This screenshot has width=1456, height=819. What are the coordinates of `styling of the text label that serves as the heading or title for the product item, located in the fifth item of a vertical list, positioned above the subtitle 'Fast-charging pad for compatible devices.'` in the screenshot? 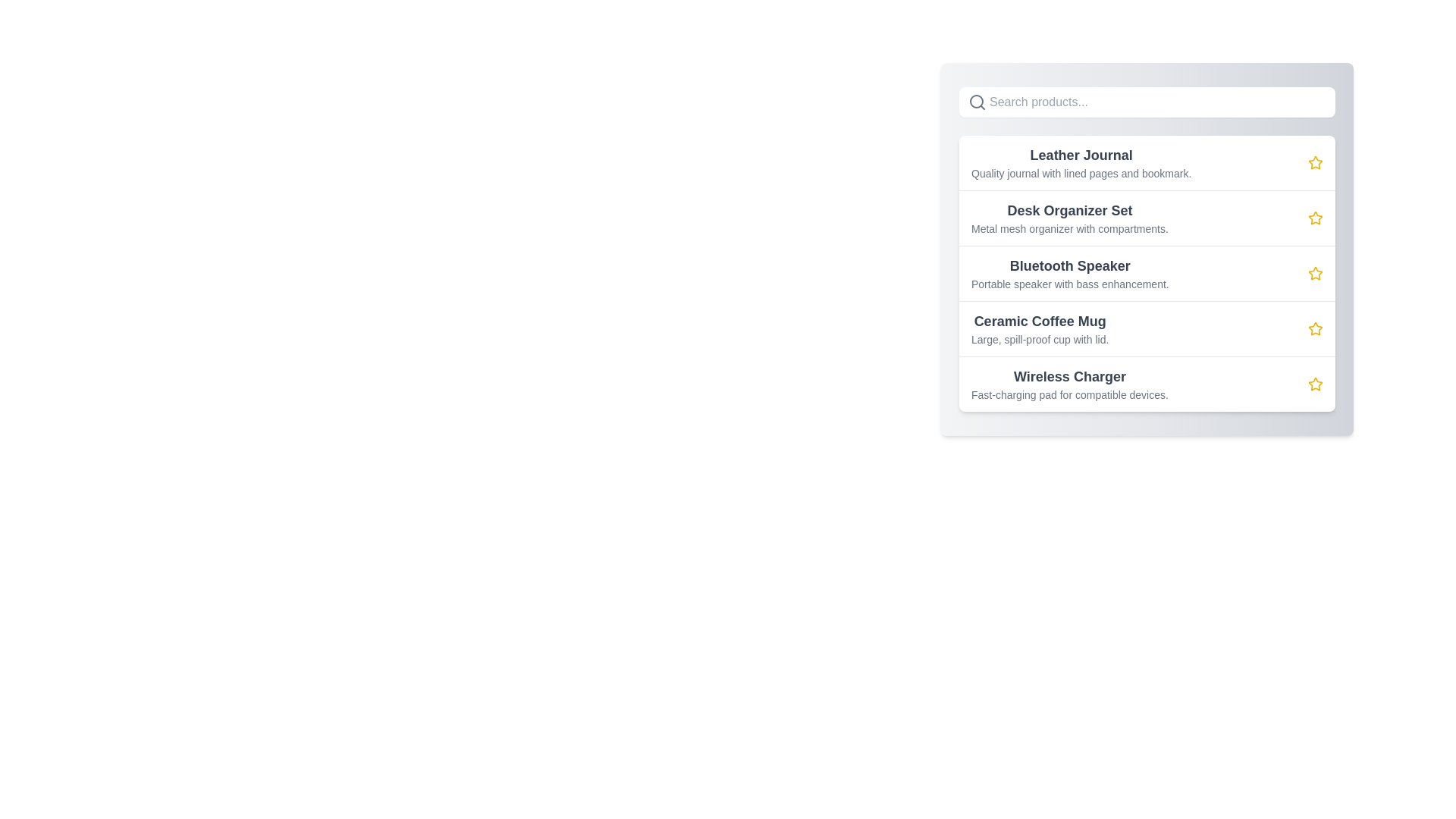 It's located at (1069, 376).